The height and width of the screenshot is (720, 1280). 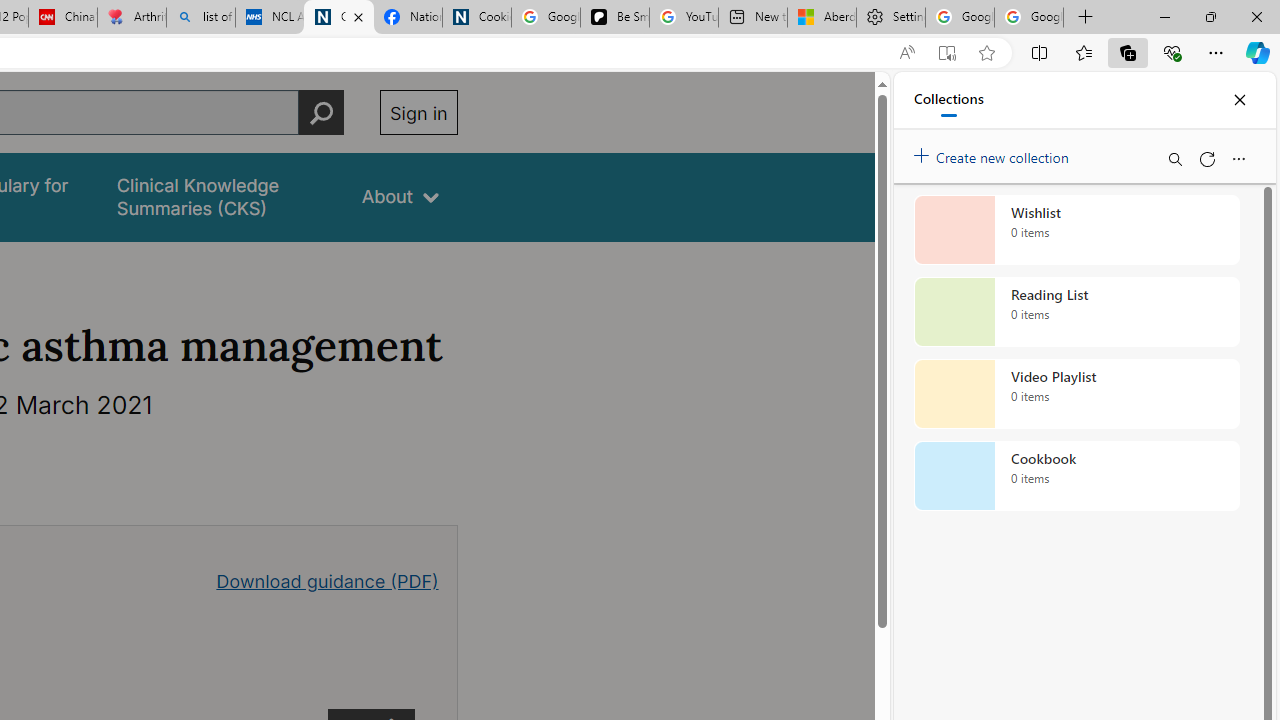 I want to click on 'Video Playlist collection, 0 items', so click(x=1076, y=394).